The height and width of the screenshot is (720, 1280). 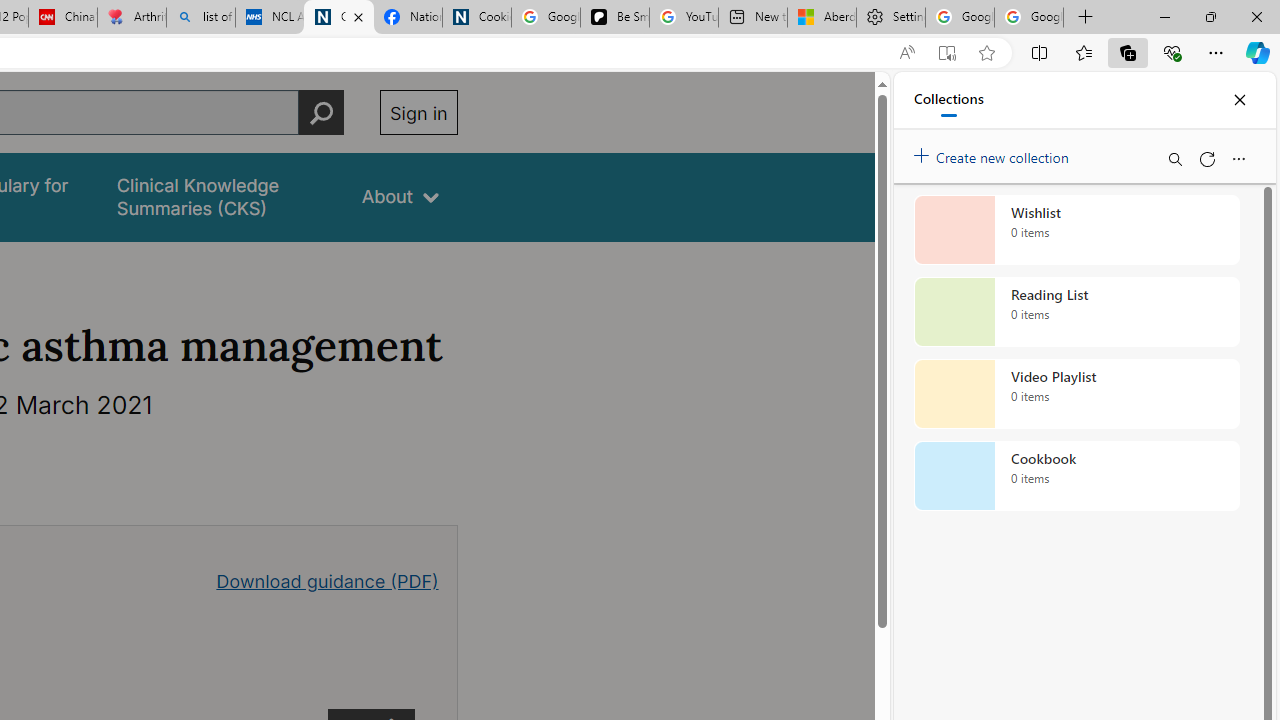 I want to click on 'Video Playlist collection, 0 items', so click(x=1076, y=394).